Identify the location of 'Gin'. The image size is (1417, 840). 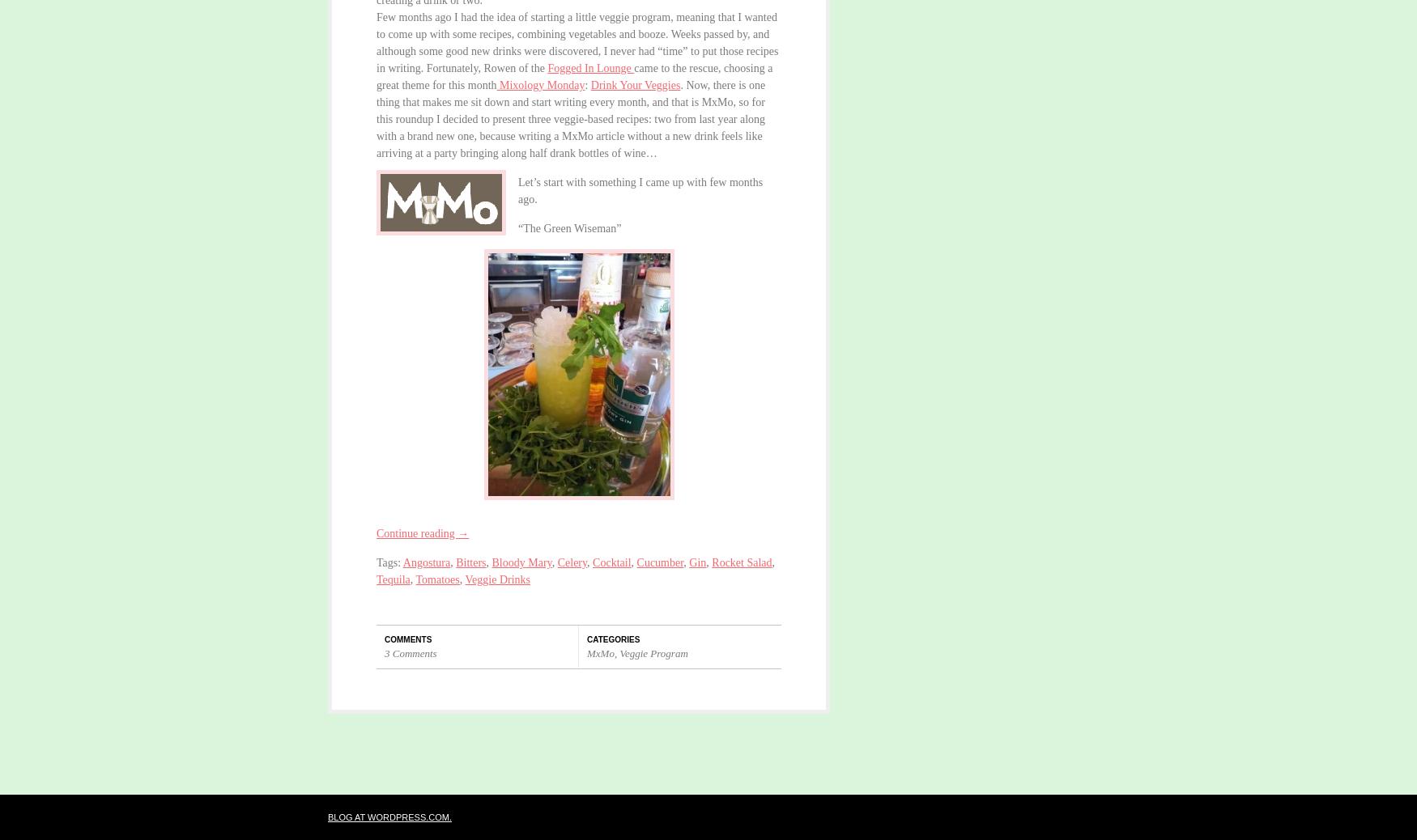
(697, 562).